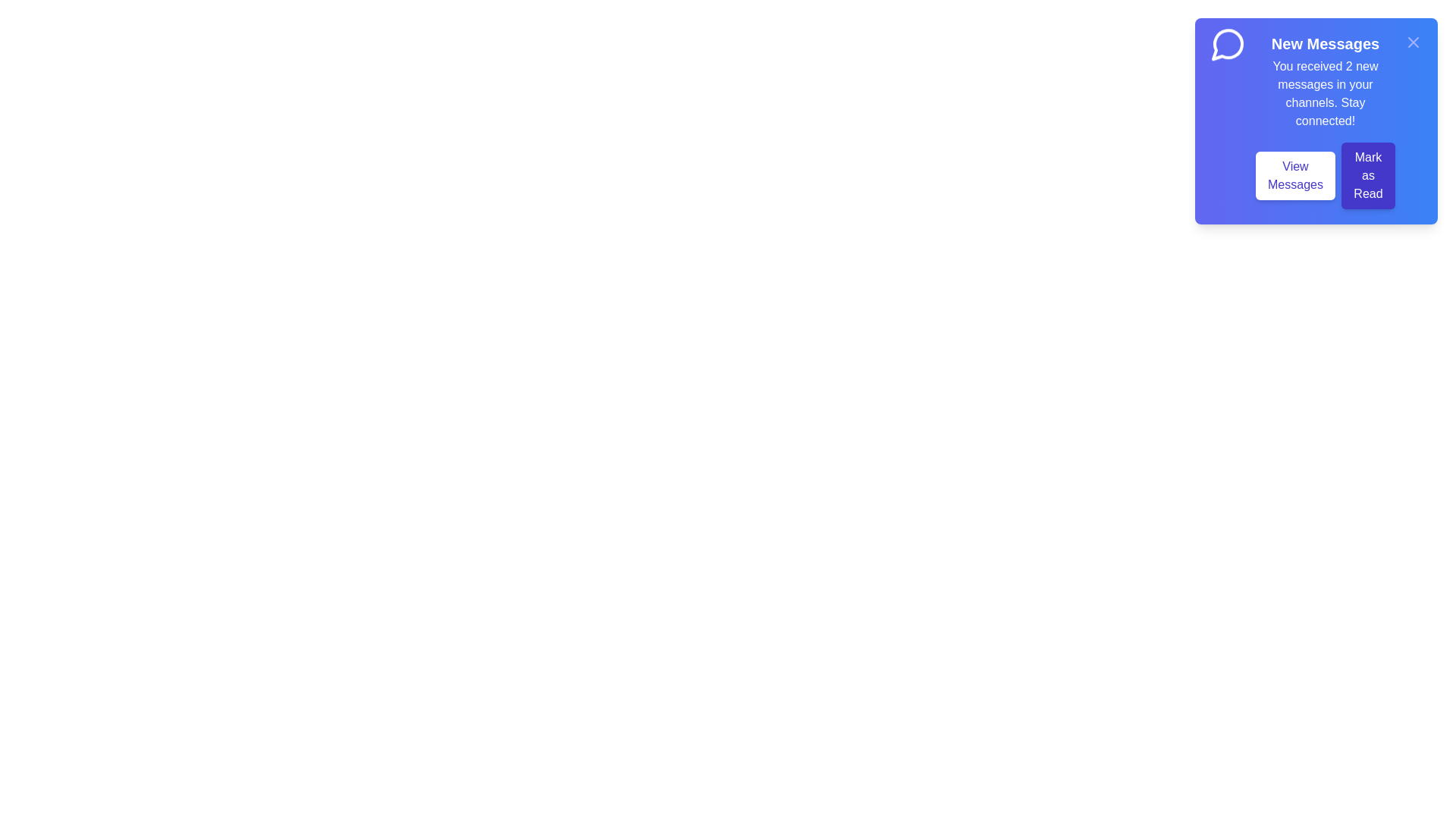 This screenshot has width=1456, height=819. What do you see at coordinates (1294, 174) in the screenshot?
I see `the 'View Messages' button to view the new messages` at bounding box center [1294, 174].